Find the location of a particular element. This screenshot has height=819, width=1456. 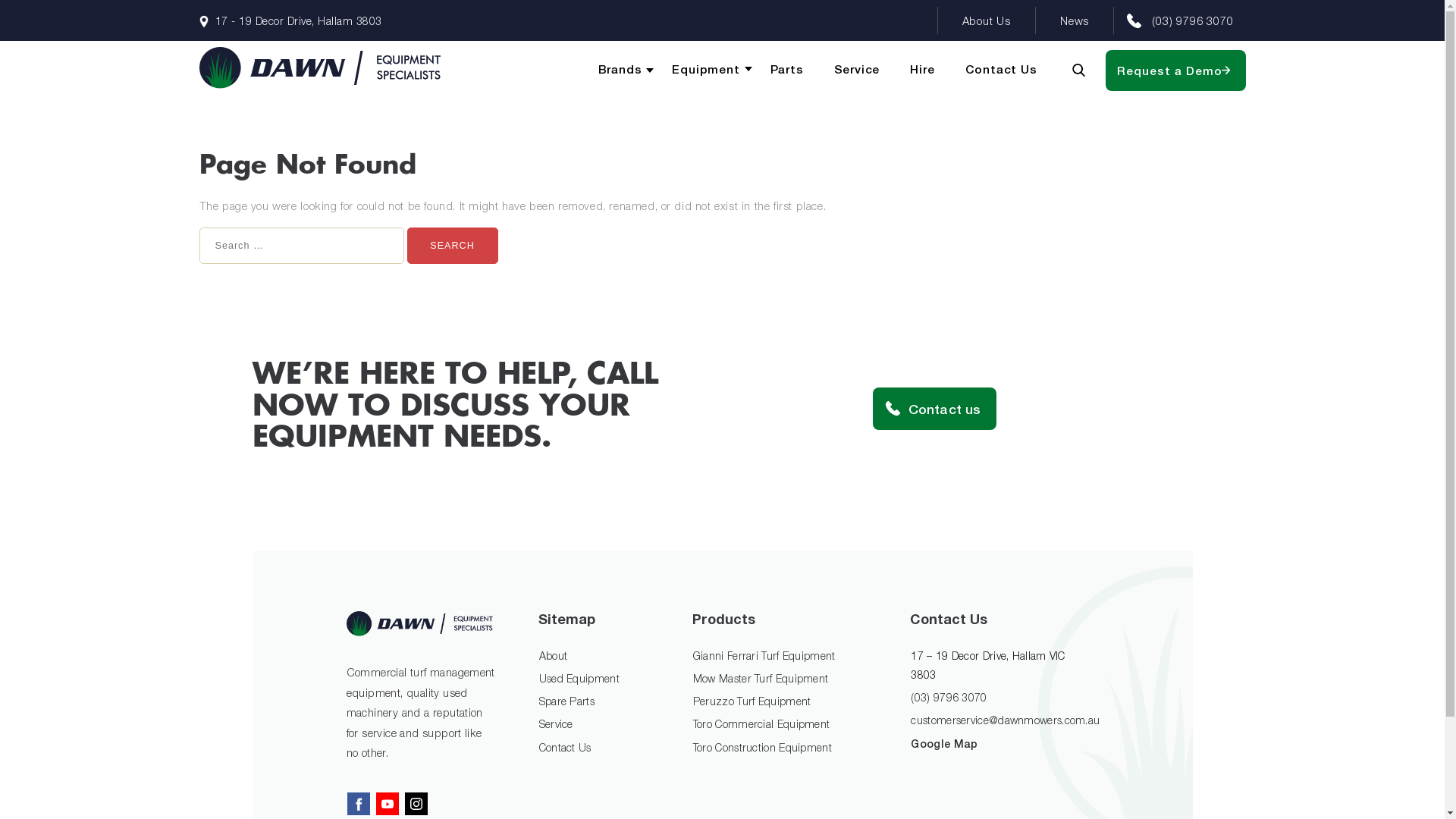

'Parts' is located at coordinates (786, 70).